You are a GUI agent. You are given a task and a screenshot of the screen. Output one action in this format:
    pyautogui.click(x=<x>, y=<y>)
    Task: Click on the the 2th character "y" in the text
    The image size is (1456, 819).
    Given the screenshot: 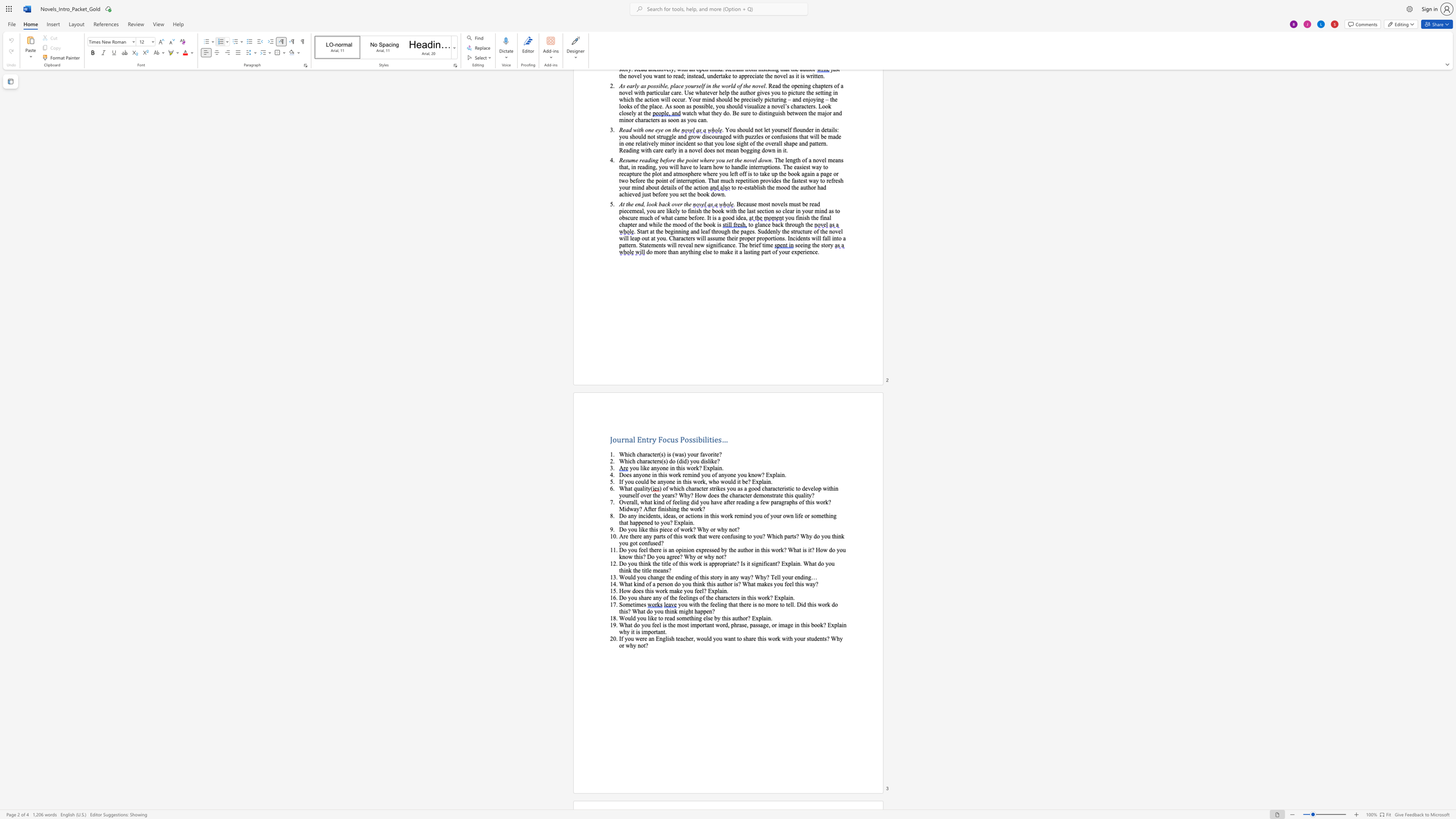 What is the action you would take?
    pyautogui.click(x=718, y=617)
    